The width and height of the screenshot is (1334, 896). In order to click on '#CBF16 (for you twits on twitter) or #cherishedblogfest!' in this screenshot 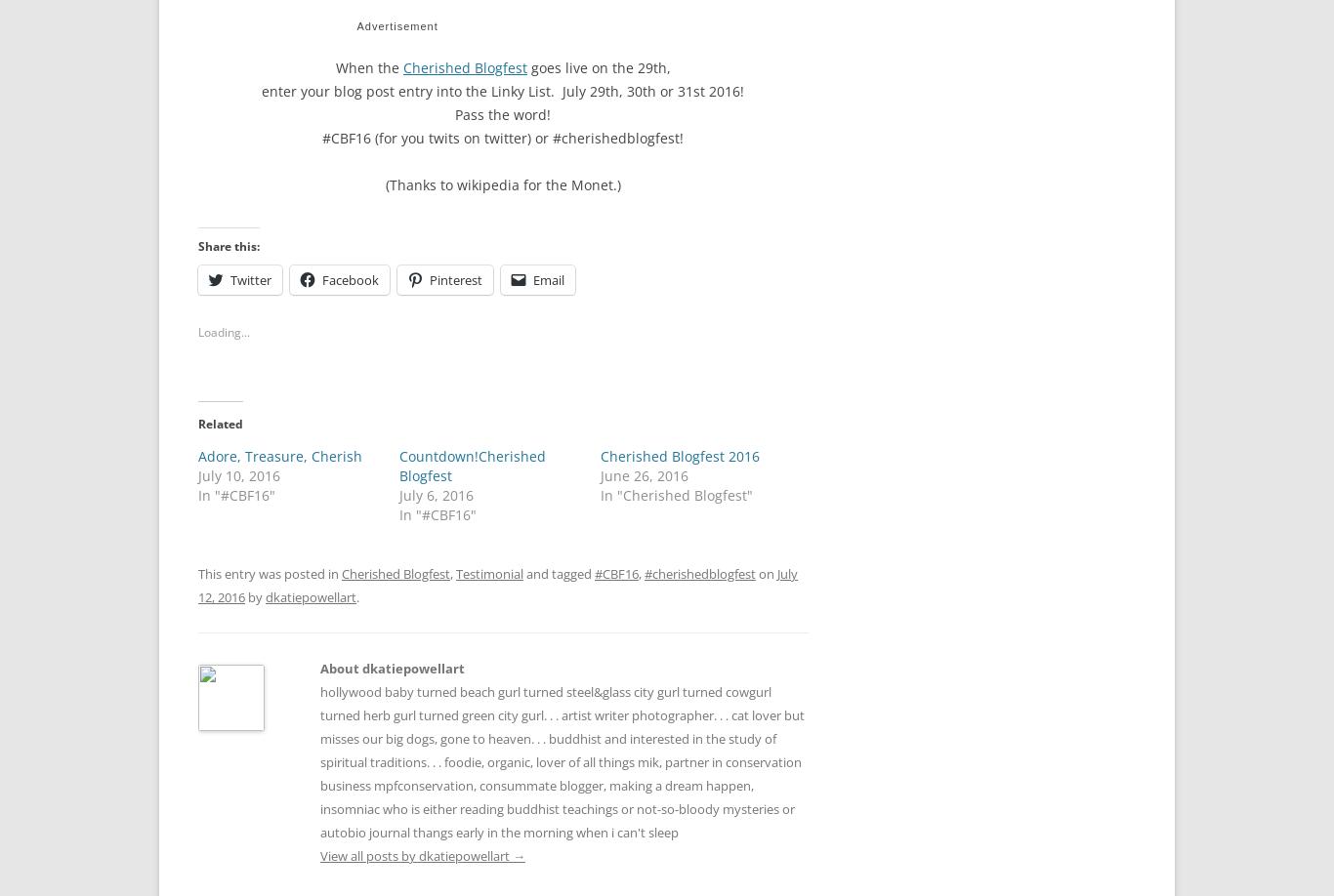, I will do `click(502, 136)`.